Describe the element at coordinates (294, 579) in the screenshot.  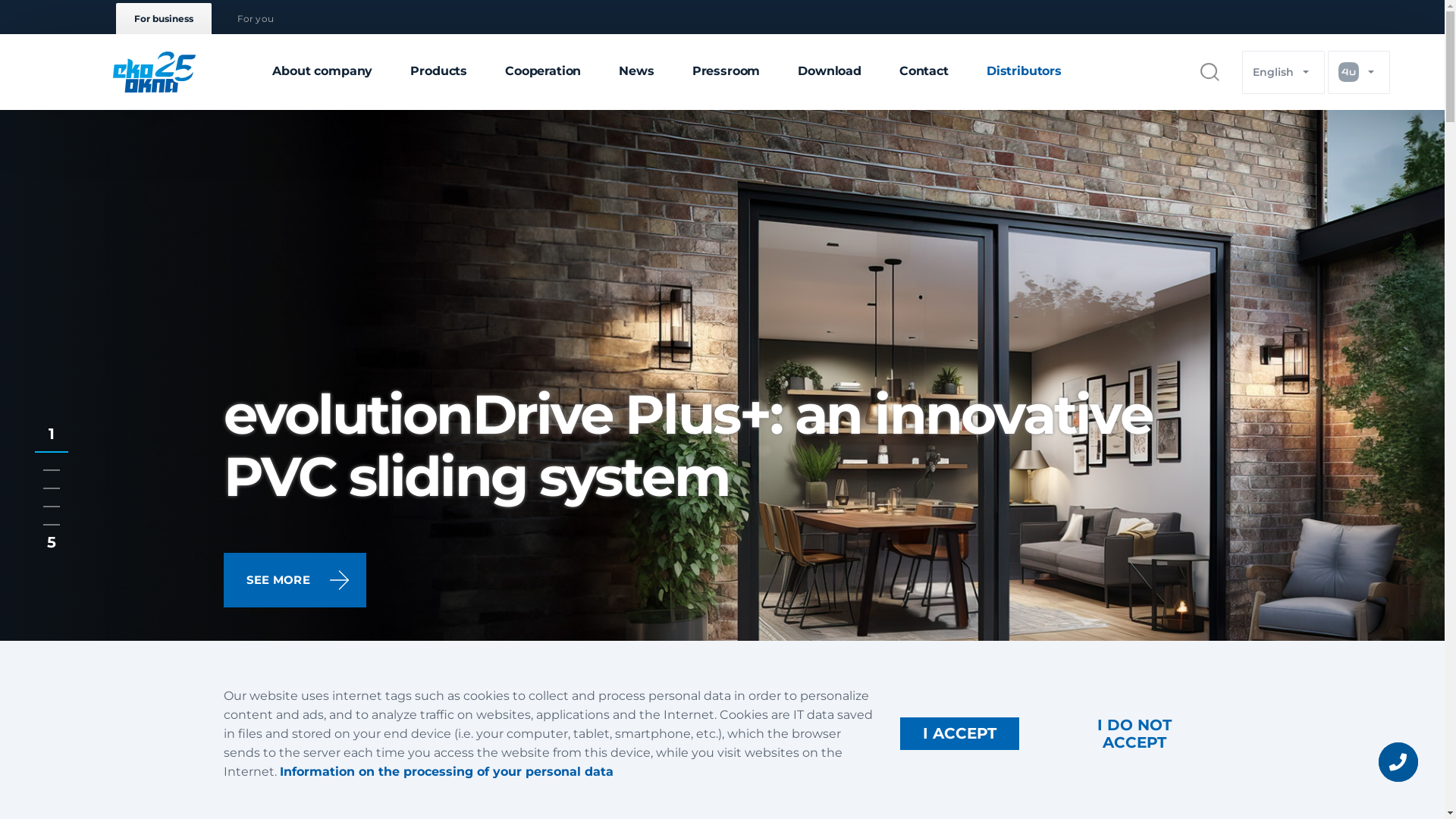
I see `'SEE MORE'` at that location.